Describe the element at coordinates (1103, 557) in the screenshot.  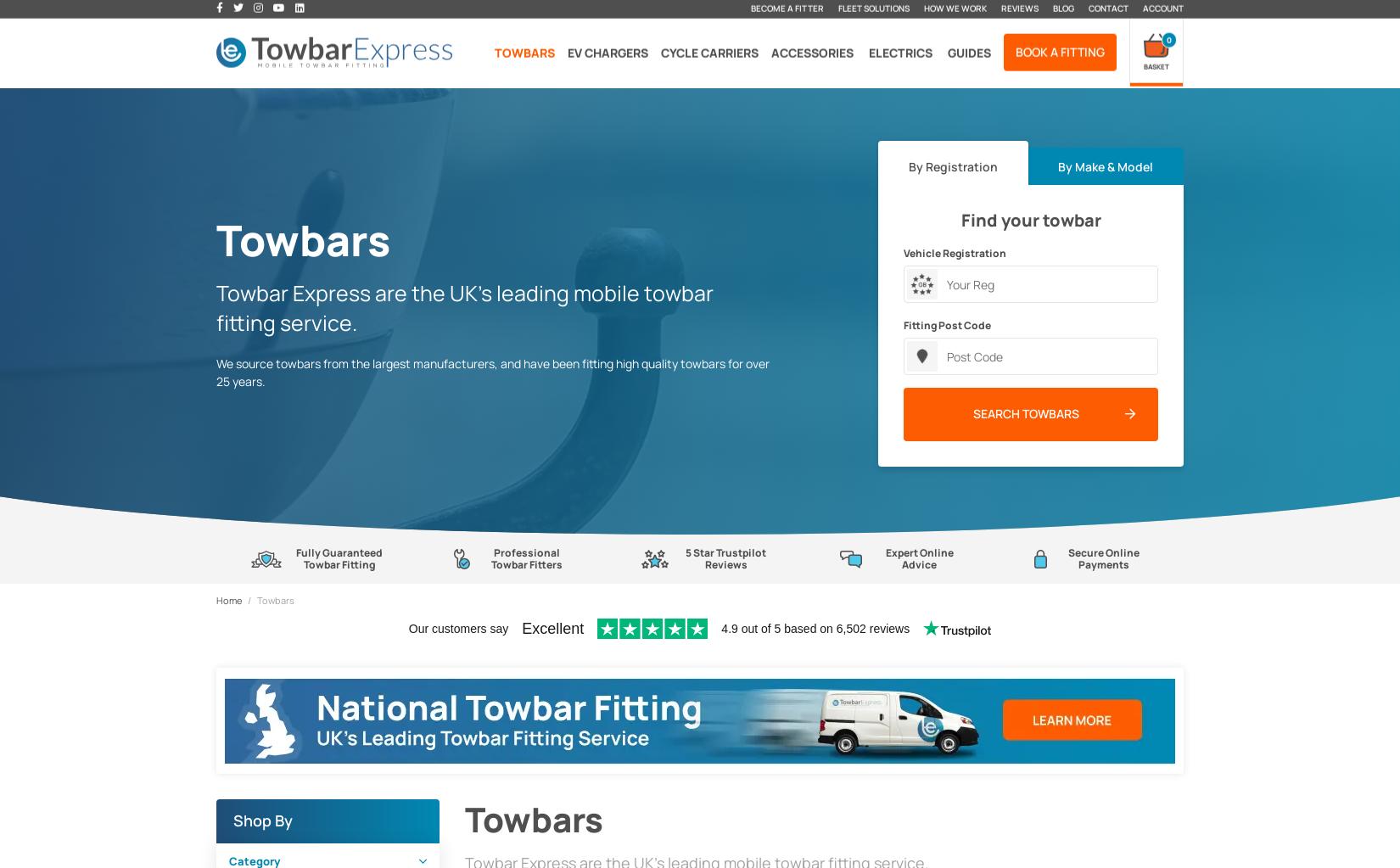
I see `'Secure Online Payments'` at that location.